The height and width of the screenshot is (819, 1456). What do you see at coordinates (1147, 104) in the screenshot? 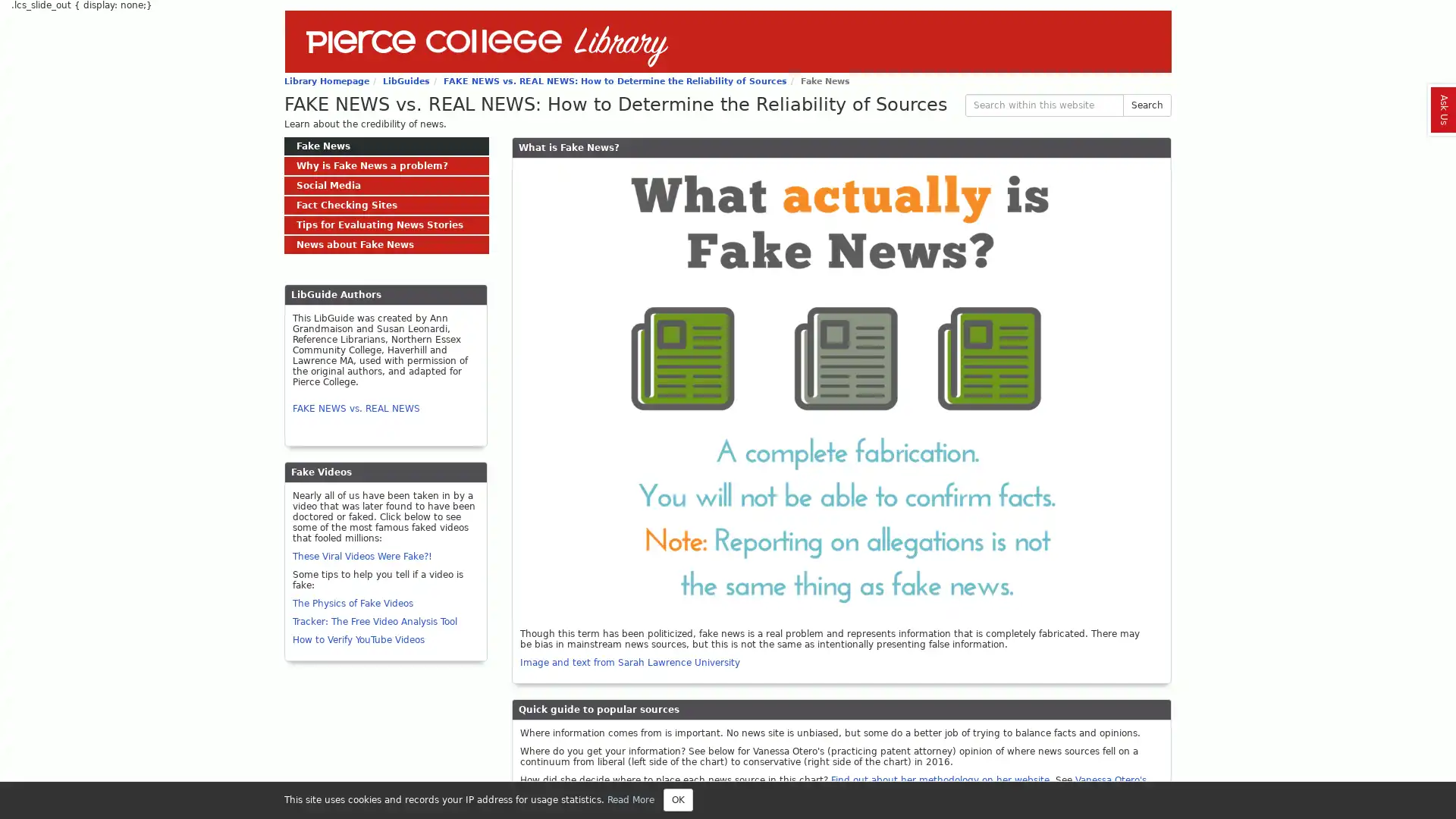
I see `Search` at bounding box center [1147, 104].